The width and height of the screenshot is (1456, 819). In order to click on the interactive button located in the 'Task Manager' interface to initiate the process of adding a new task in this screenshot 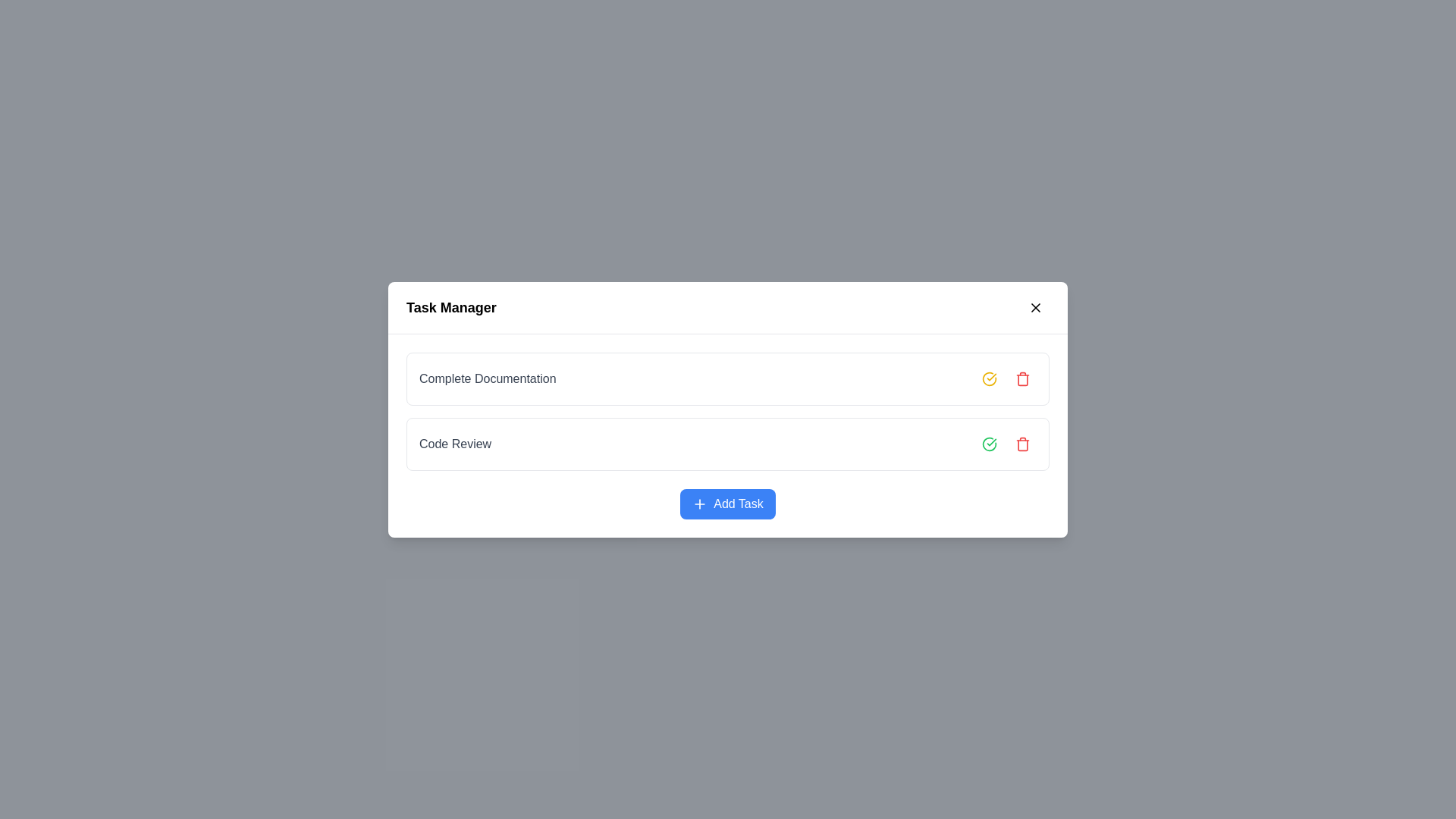, I will do `click(728, 503)`.